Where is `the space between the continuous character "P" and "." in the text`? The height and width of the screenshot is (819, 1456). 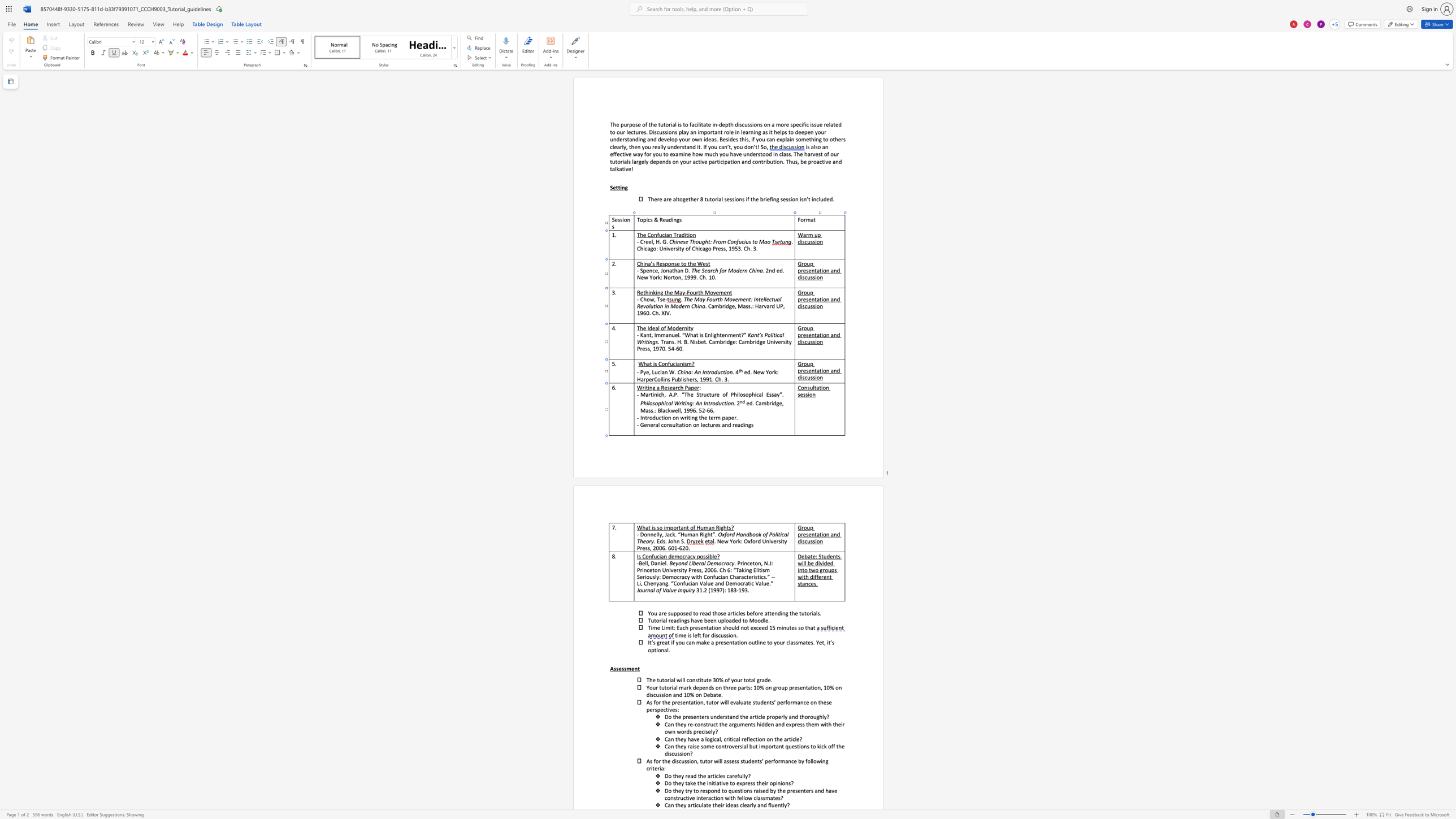 the space between the continuous character "P" and "." in the text is located at coordinates (676, 394).